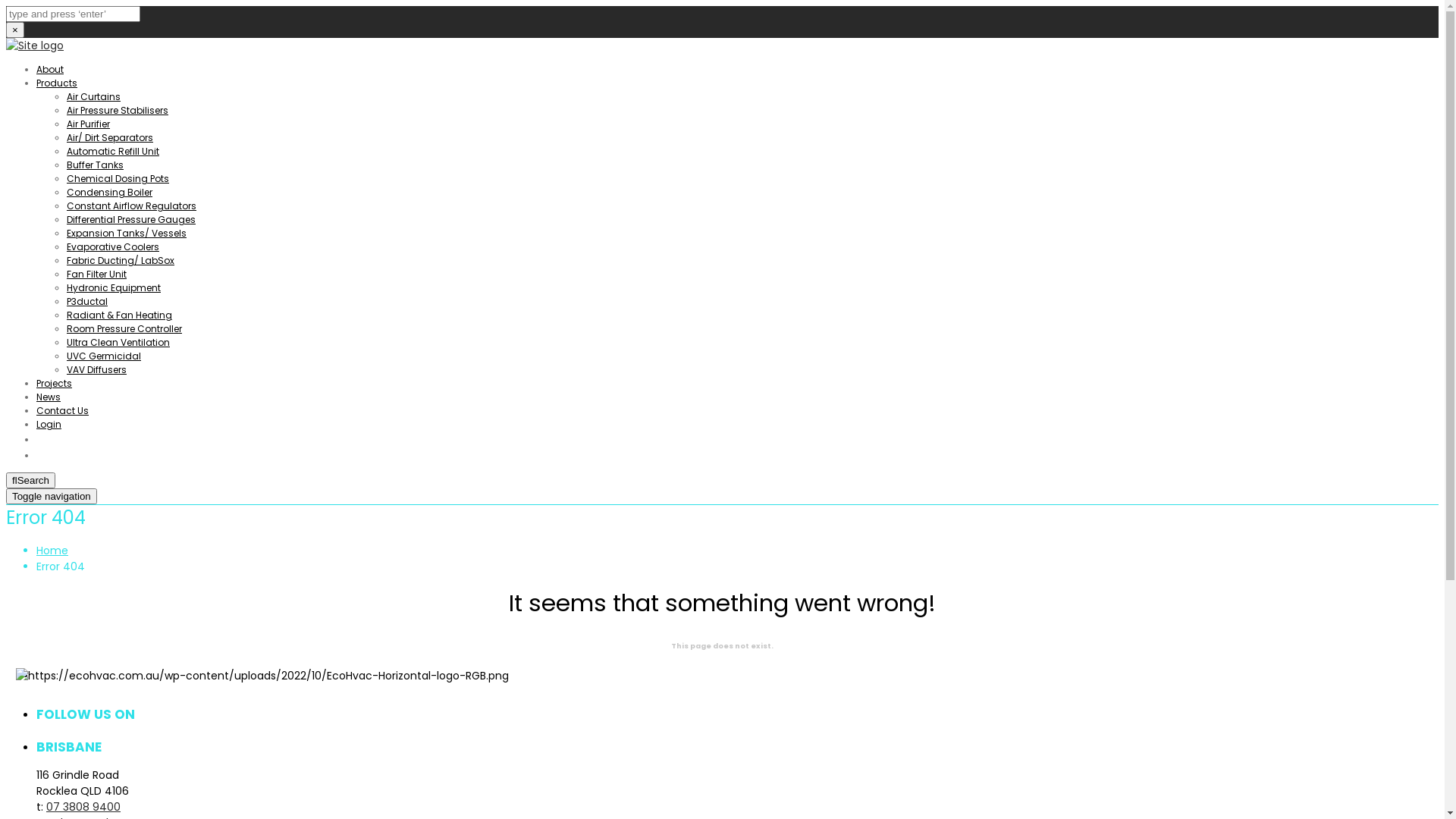 The height and width of the screenshot is (819, 1456). Describe the element at coordinates (46, 806) in the screenshot. I see `'07 3808 9400'` at that location.